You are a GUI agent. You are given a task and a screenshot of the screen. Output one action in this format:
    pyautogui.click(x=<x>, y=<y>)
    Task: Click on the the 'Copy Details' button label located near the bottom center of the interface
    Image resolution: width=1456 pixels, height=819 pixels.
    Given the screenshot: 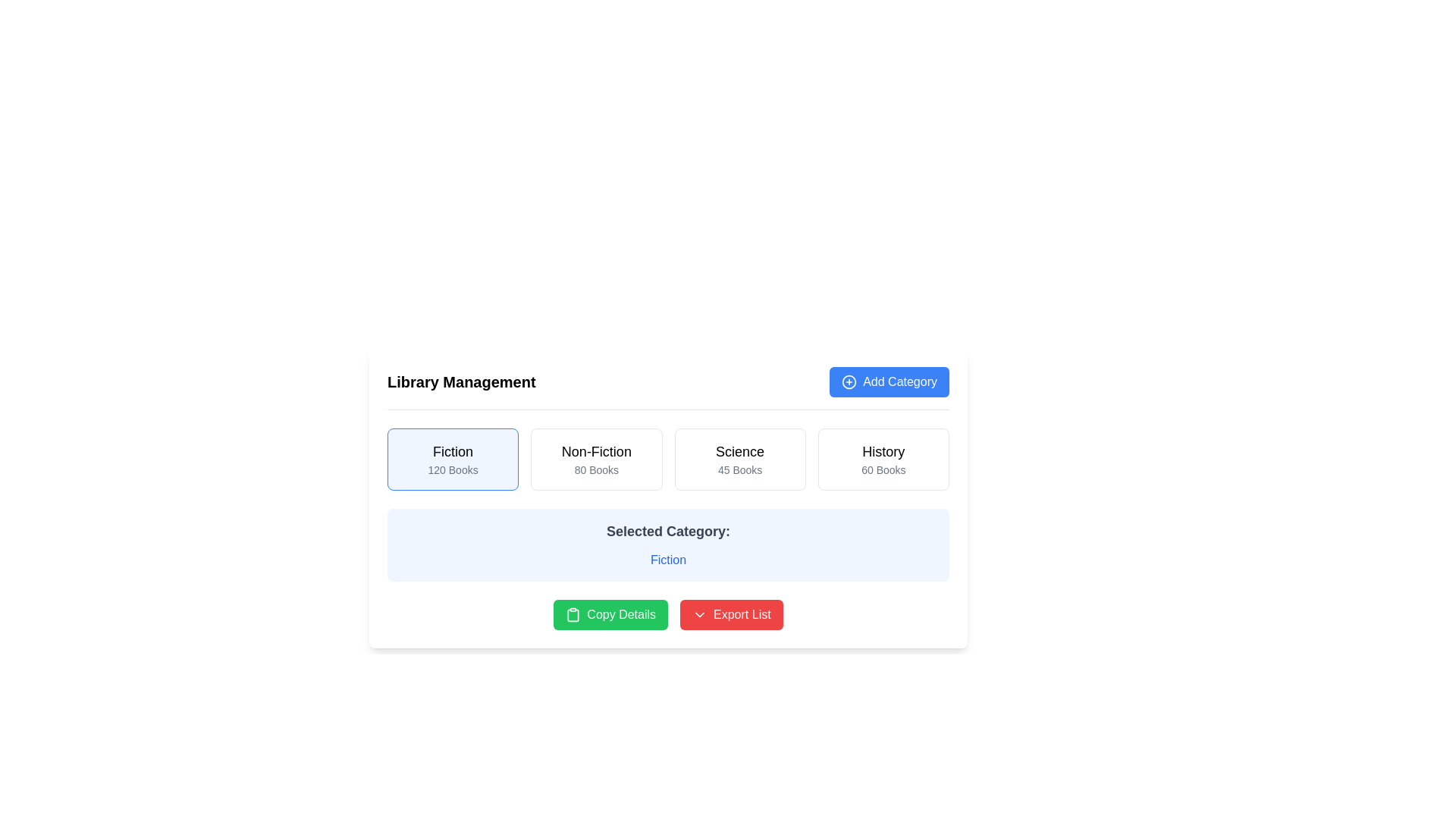 What is the action you would take?
    pyautogui.click(x=621, y=614)
    